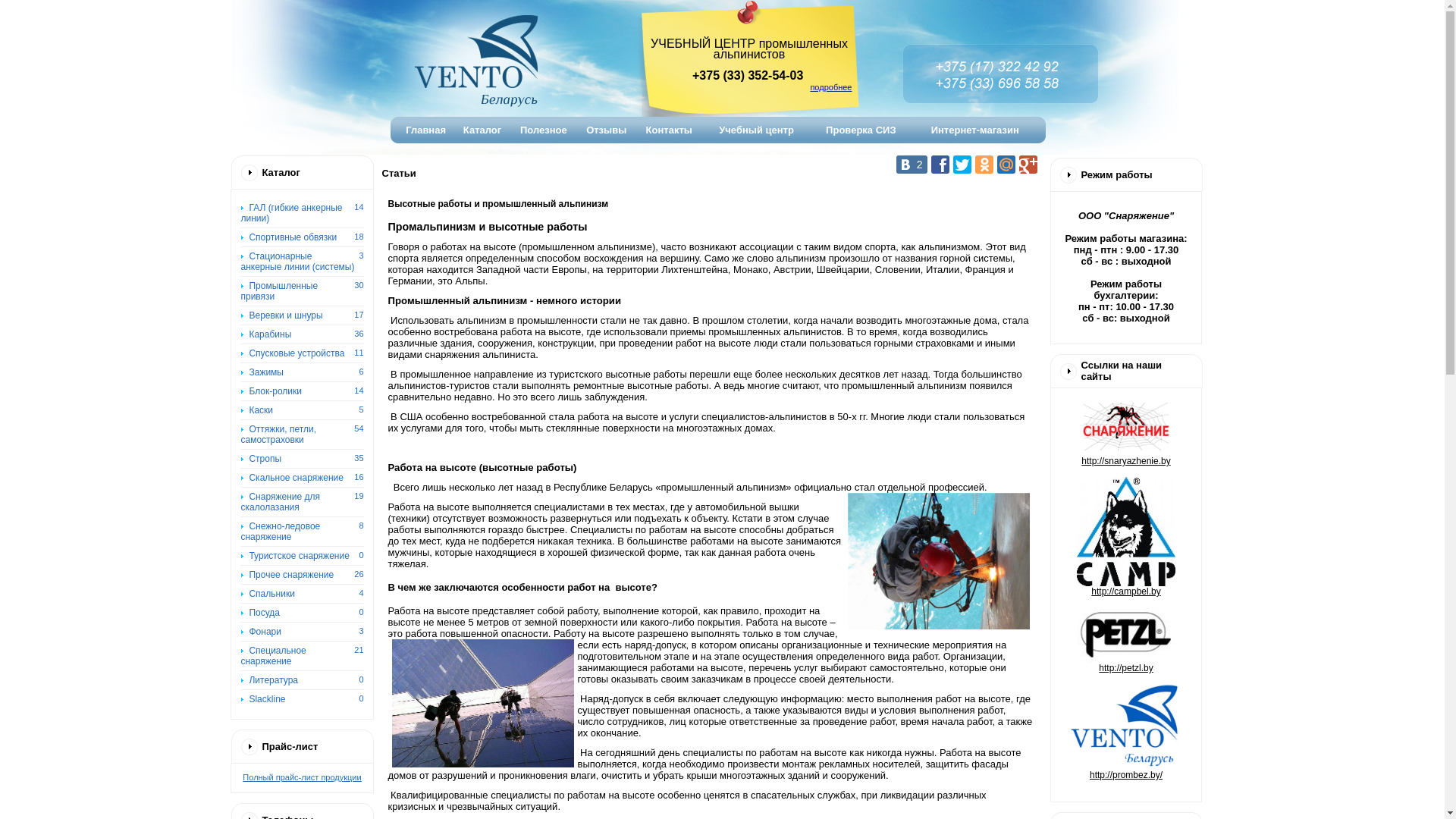  Describe the element at coordinates (1125, 721) in the screenshot. I see `'http://petzl.by` at that location.